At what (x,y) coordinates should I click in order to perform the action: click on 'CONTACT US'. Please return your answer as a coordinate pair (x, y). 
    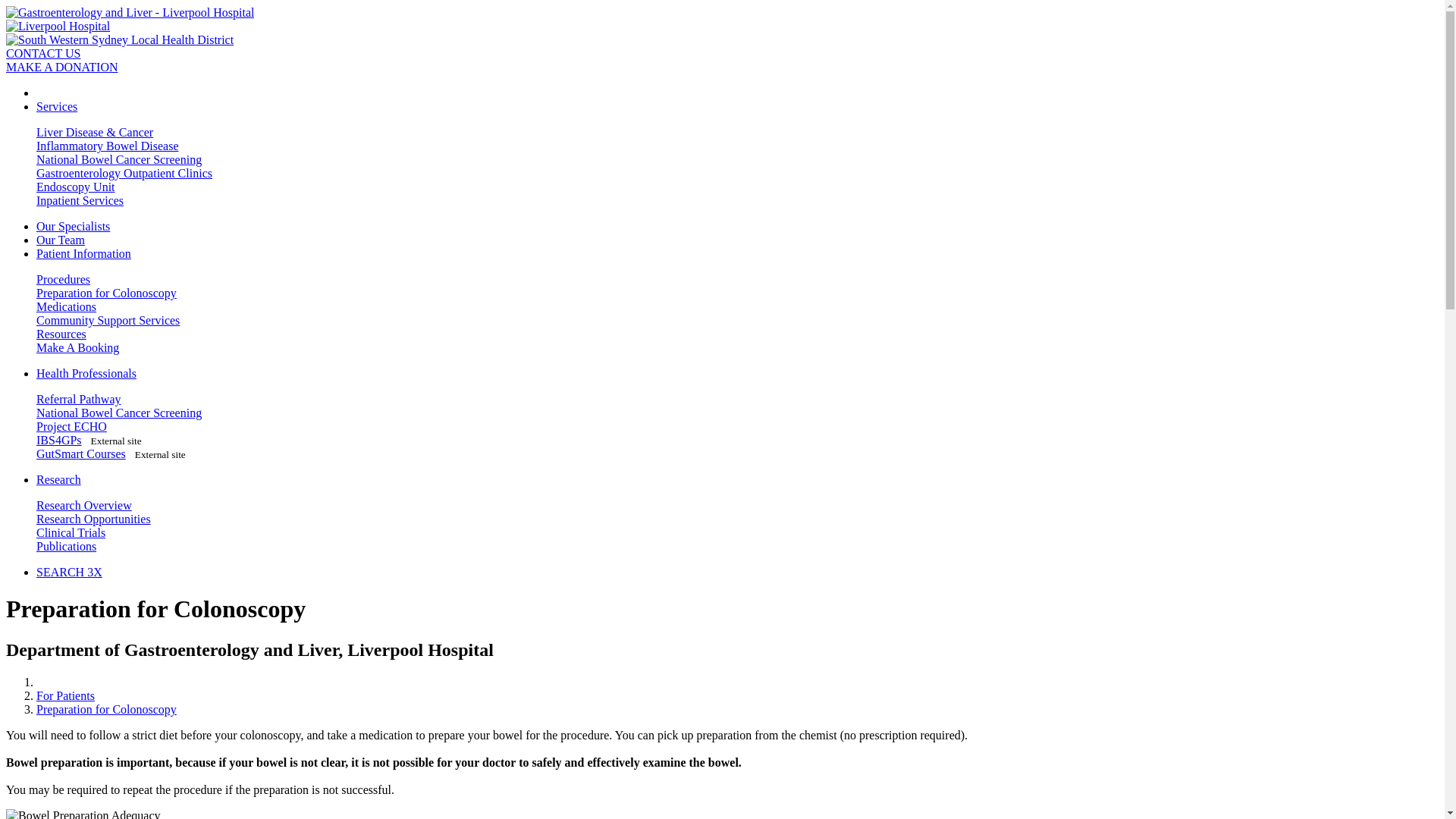
    Looking at the image, I should click on (43, 52).